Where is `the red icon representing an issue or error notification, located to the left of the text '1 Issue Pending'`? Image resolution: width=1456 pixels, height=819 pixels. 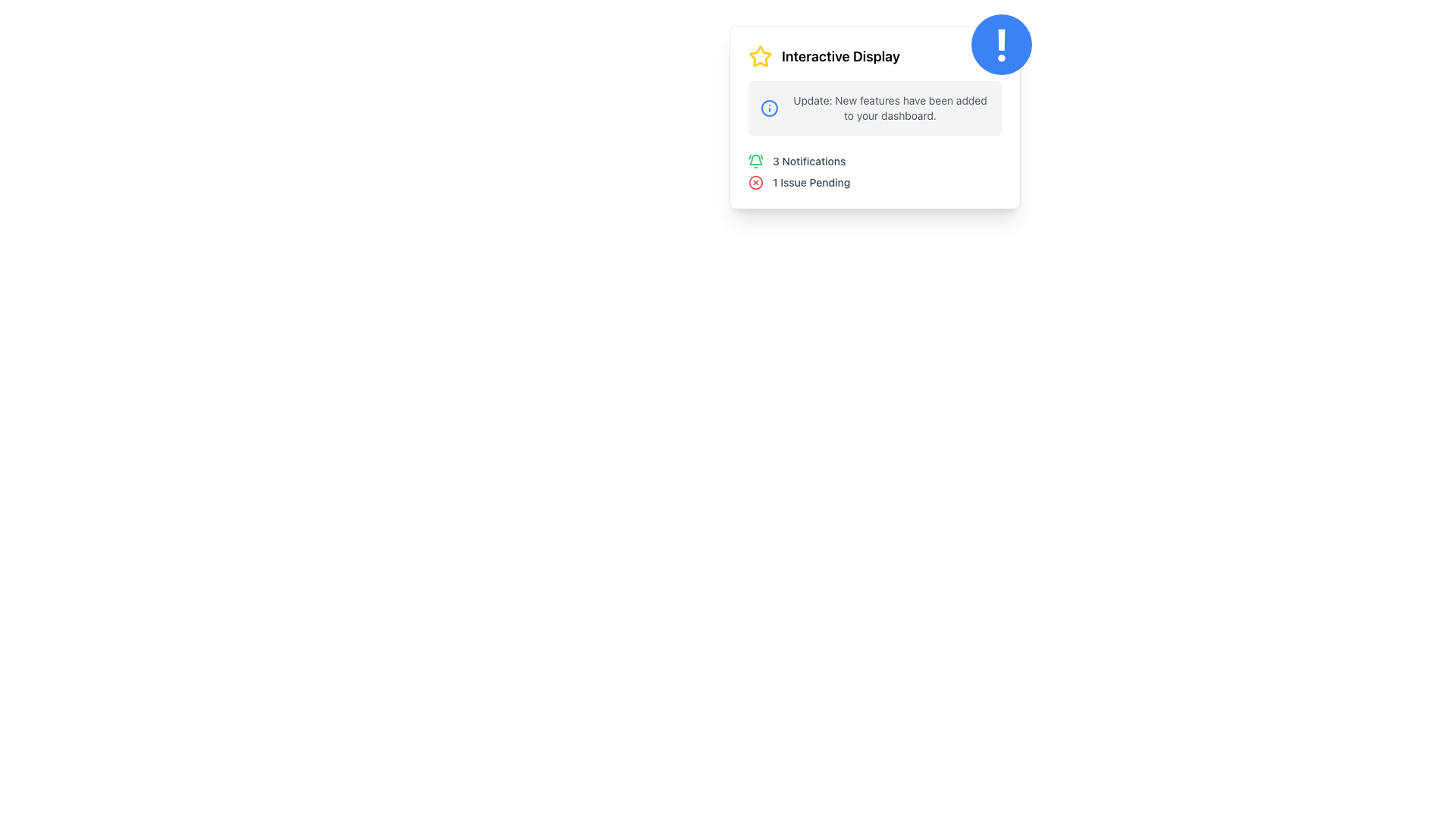
the red icon representing an issue or error notification, located to the left of the text '1 Issue Pending' is located at coordinates (756, 181).